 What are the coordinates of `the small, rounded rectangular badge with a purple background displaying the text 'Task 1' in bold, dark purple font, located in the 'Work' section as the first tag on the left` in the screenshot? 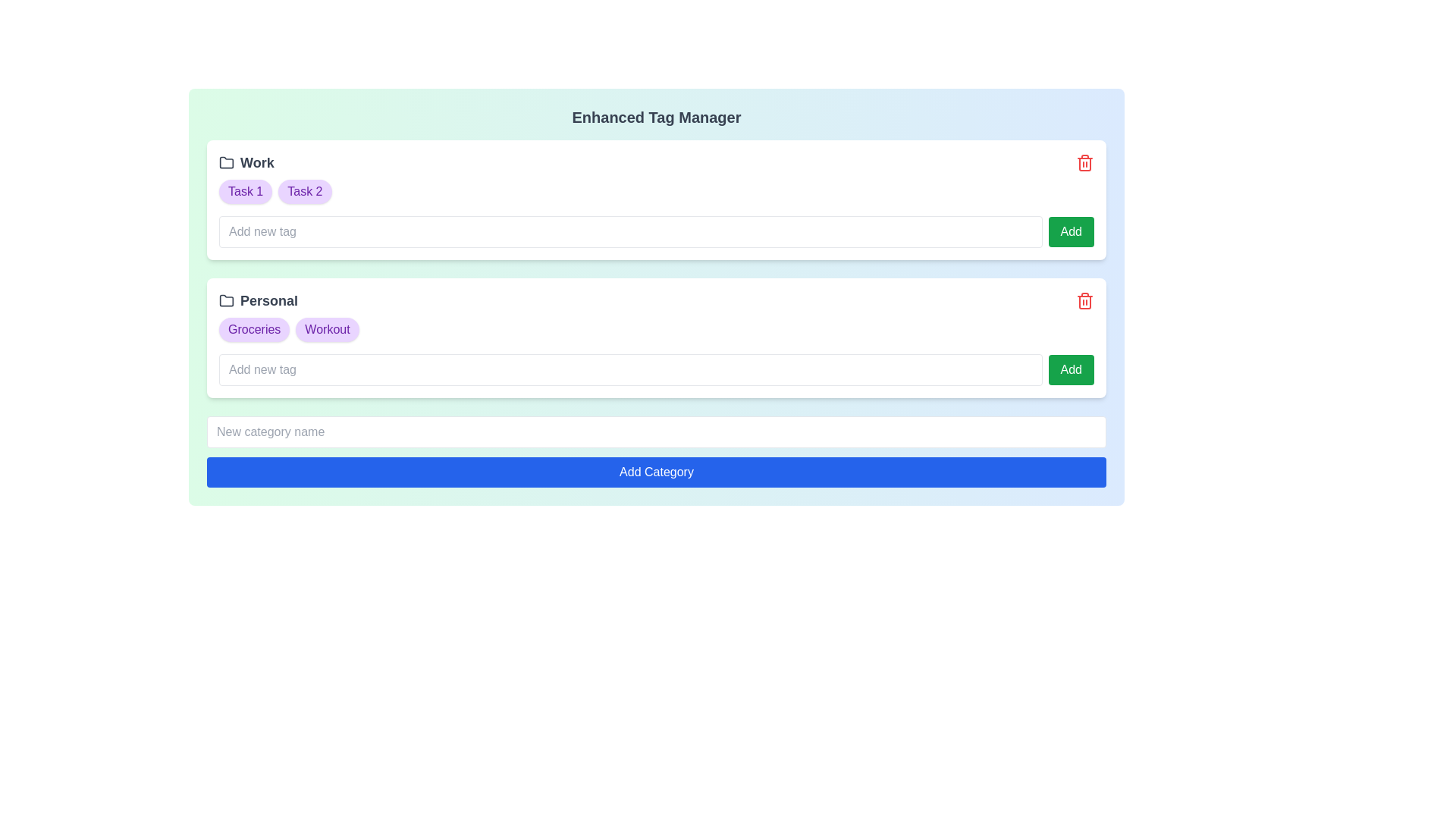 It's located at (246, 191).